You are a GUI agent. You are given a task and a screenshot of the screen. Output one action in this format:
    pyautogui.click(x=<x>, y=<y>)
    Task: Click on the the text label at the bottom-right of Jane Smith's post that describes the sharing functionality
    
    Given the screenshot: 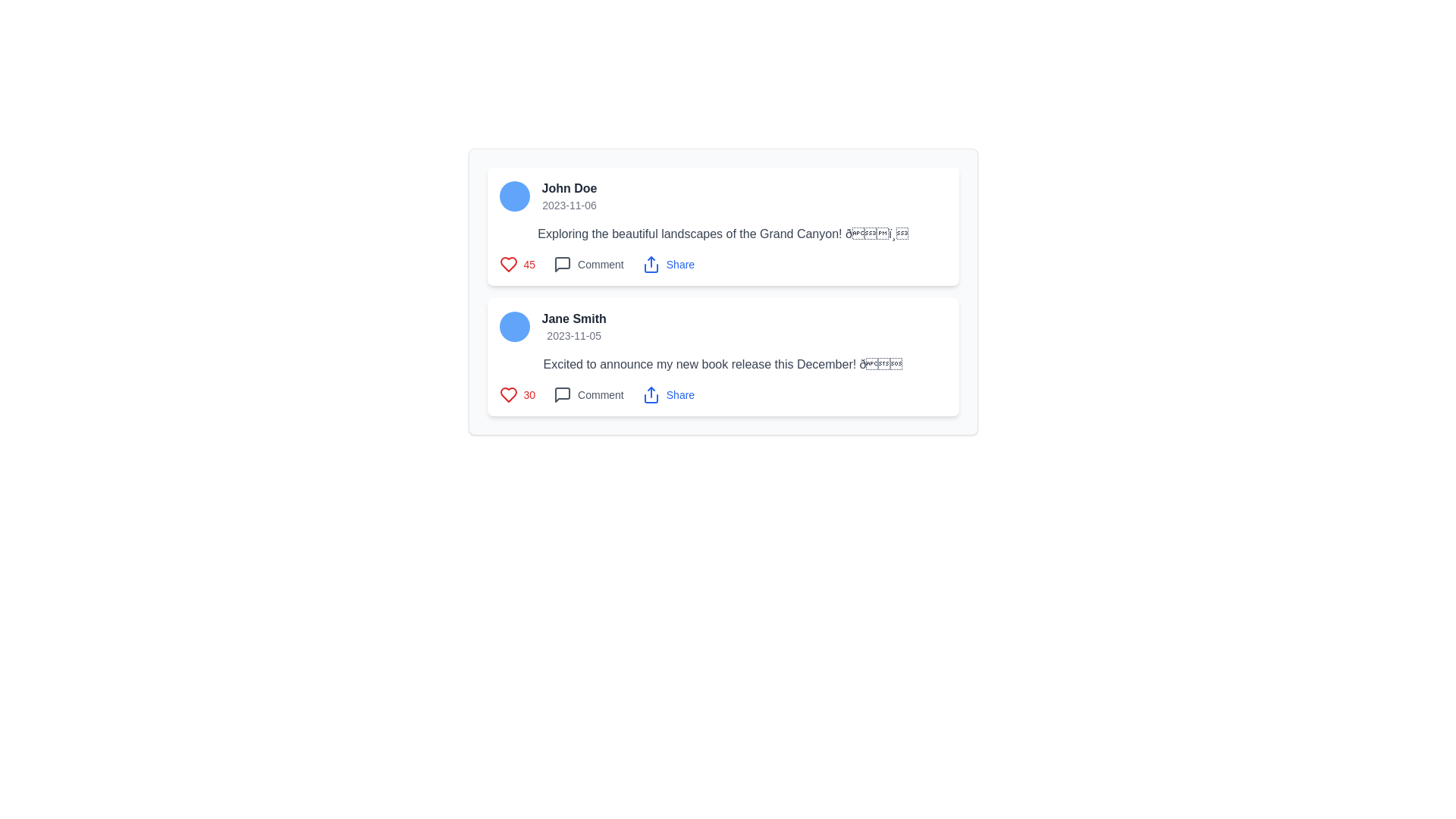 What is the action you would take?
    pyautogui.click(x=679, y=394)
    